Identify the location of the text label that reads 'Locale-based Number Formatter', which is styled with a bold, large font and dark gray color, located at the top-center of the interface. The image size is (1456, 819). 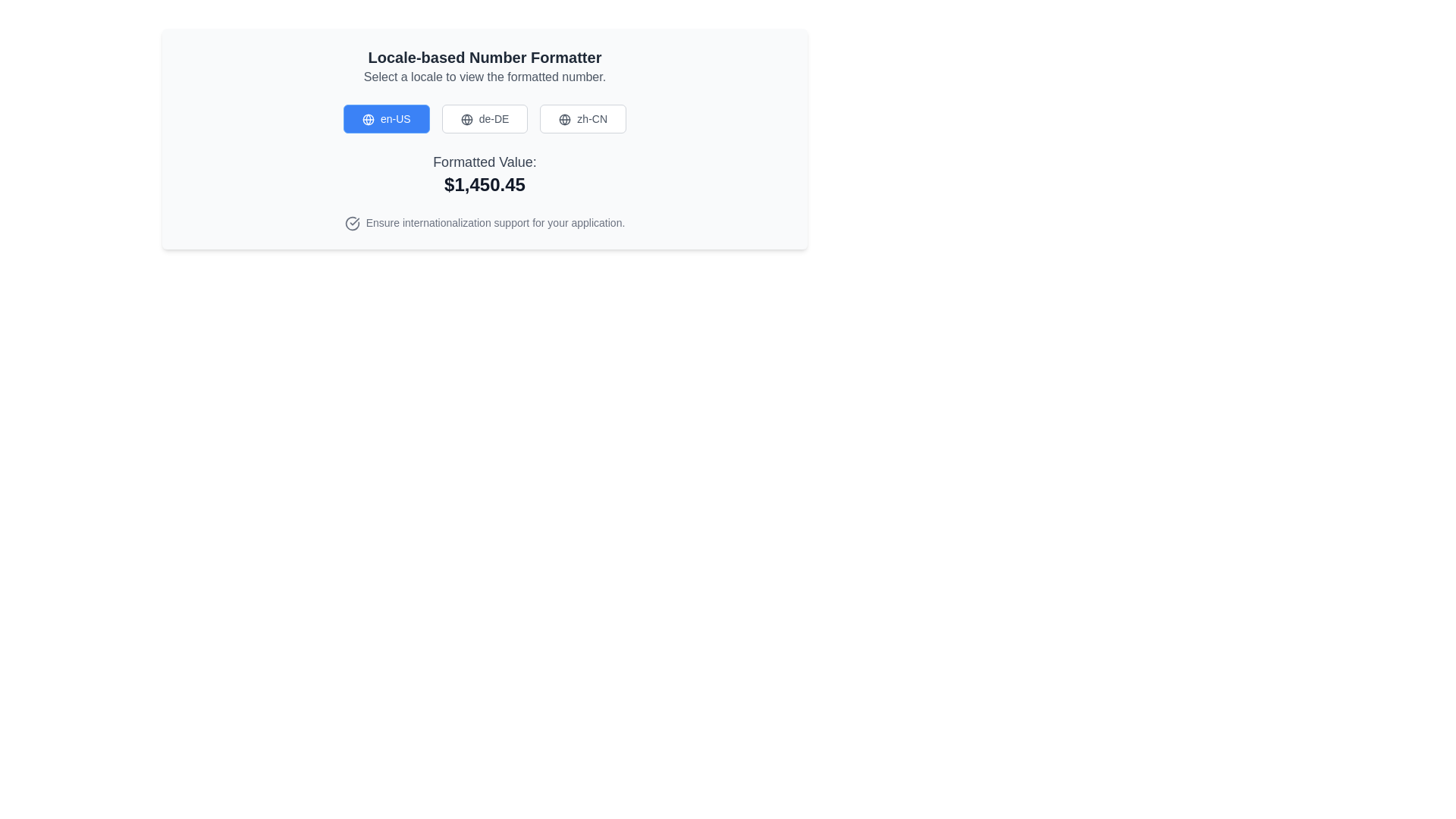
(484, 57).